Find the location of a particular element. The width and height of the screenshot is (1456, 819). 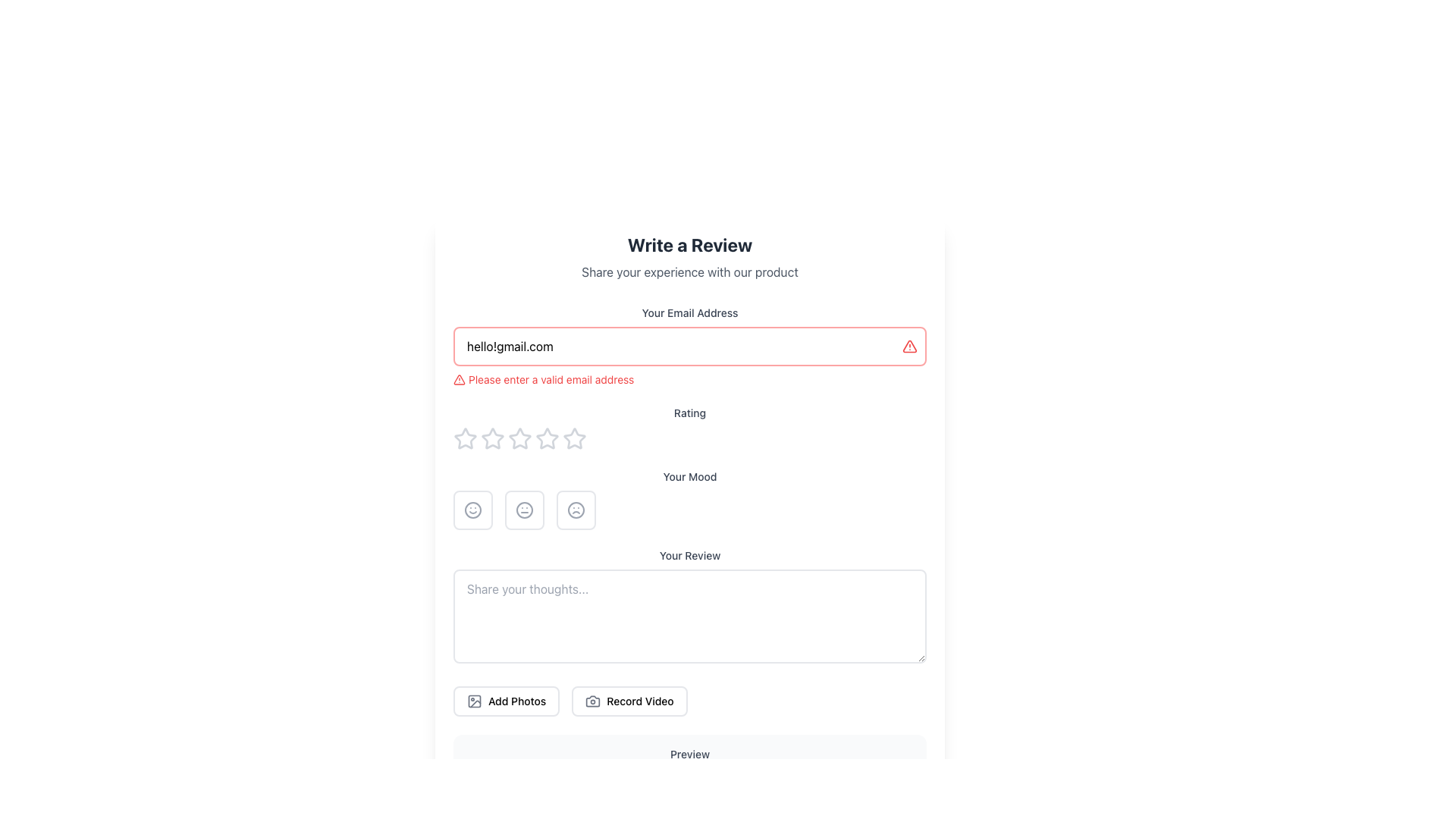

the Text Label that serves as the title for the review submission form, located at the top of the page above the explanatory text 'Share your experience with our product' is located at coordinates (689, 244).